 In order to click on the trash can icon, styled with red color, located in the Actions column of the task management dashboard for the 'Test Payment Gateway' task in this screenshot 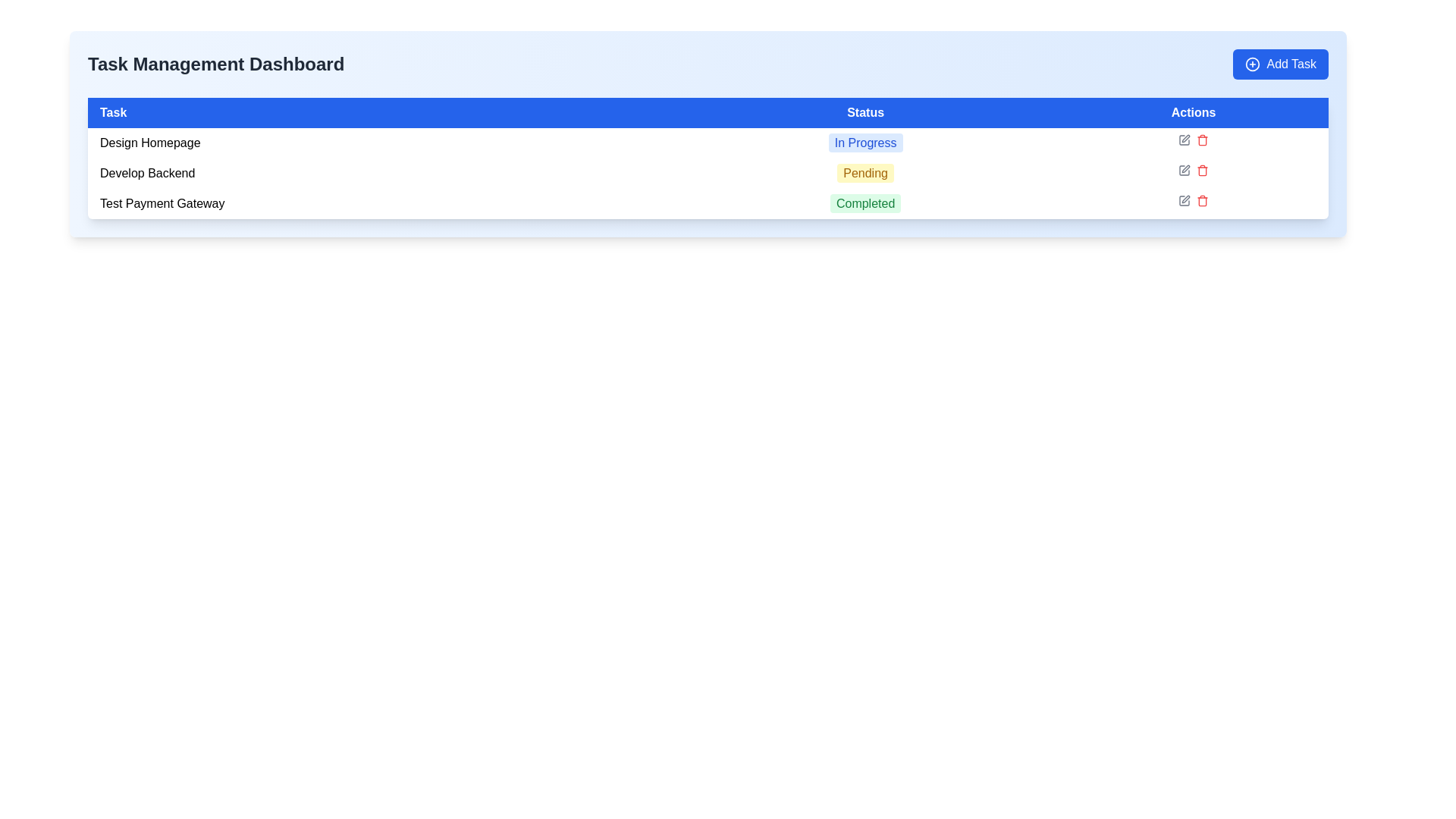, I will do `click(1201, 200)`.